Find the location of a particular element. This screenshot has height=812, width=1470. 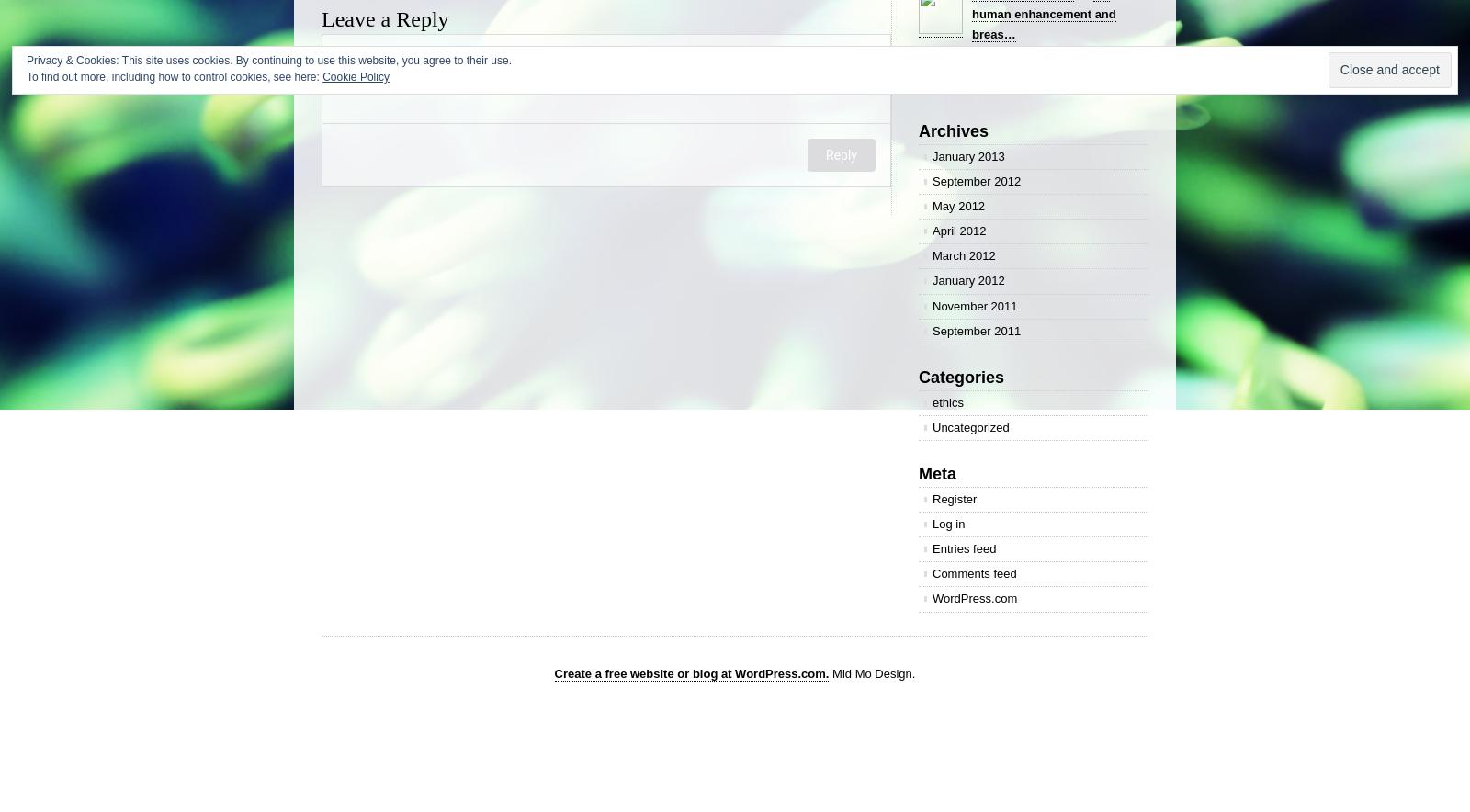

'September 2012' is located at coordinates (977, 180).